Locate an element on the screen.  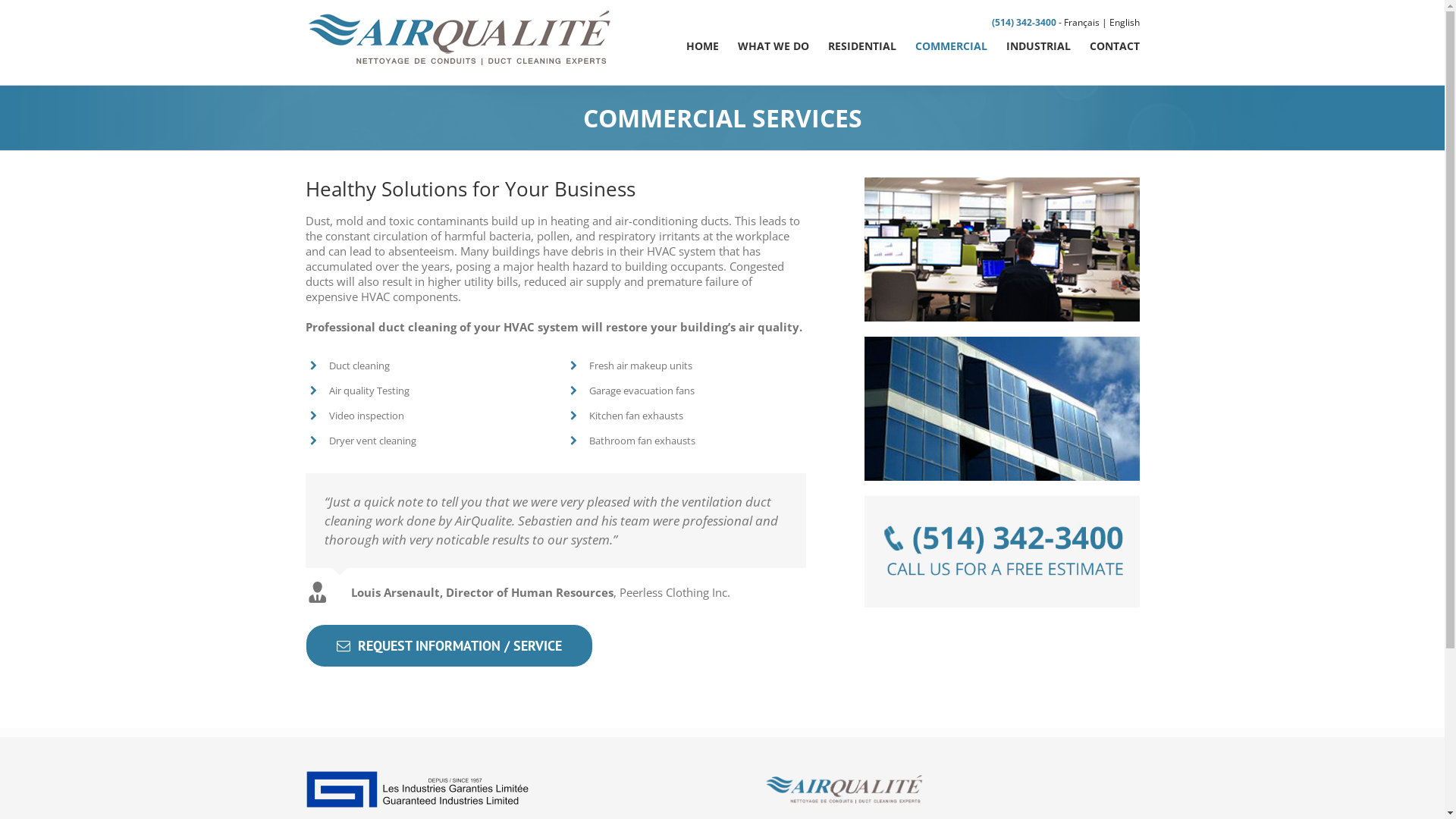
'REQUEST INFORMATION / SERVICE' is located at coordinates (447, 645).